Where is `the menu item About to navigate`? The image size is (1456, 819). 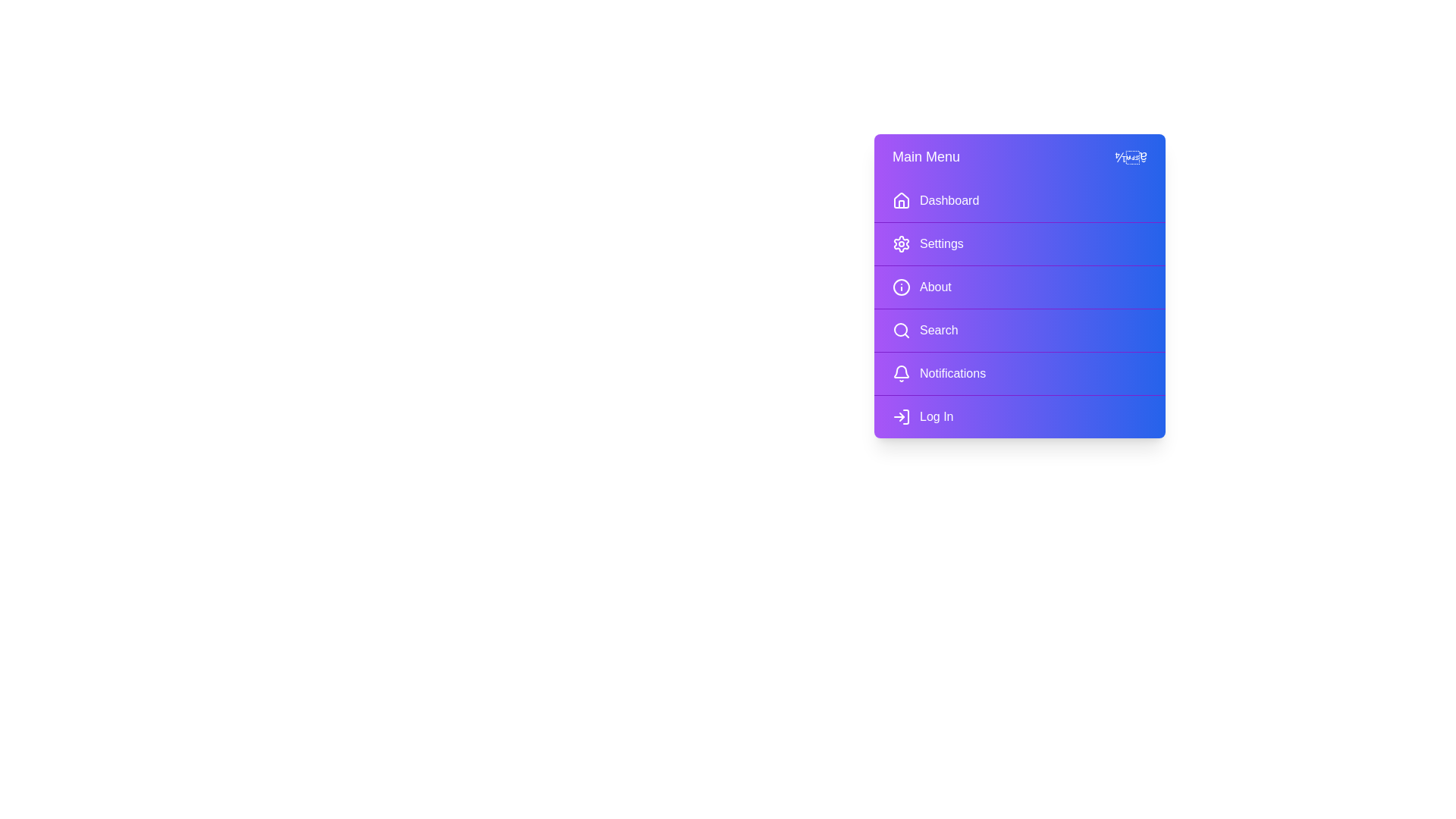
the menu item About to navigate is located at coordinates (1019, 287).